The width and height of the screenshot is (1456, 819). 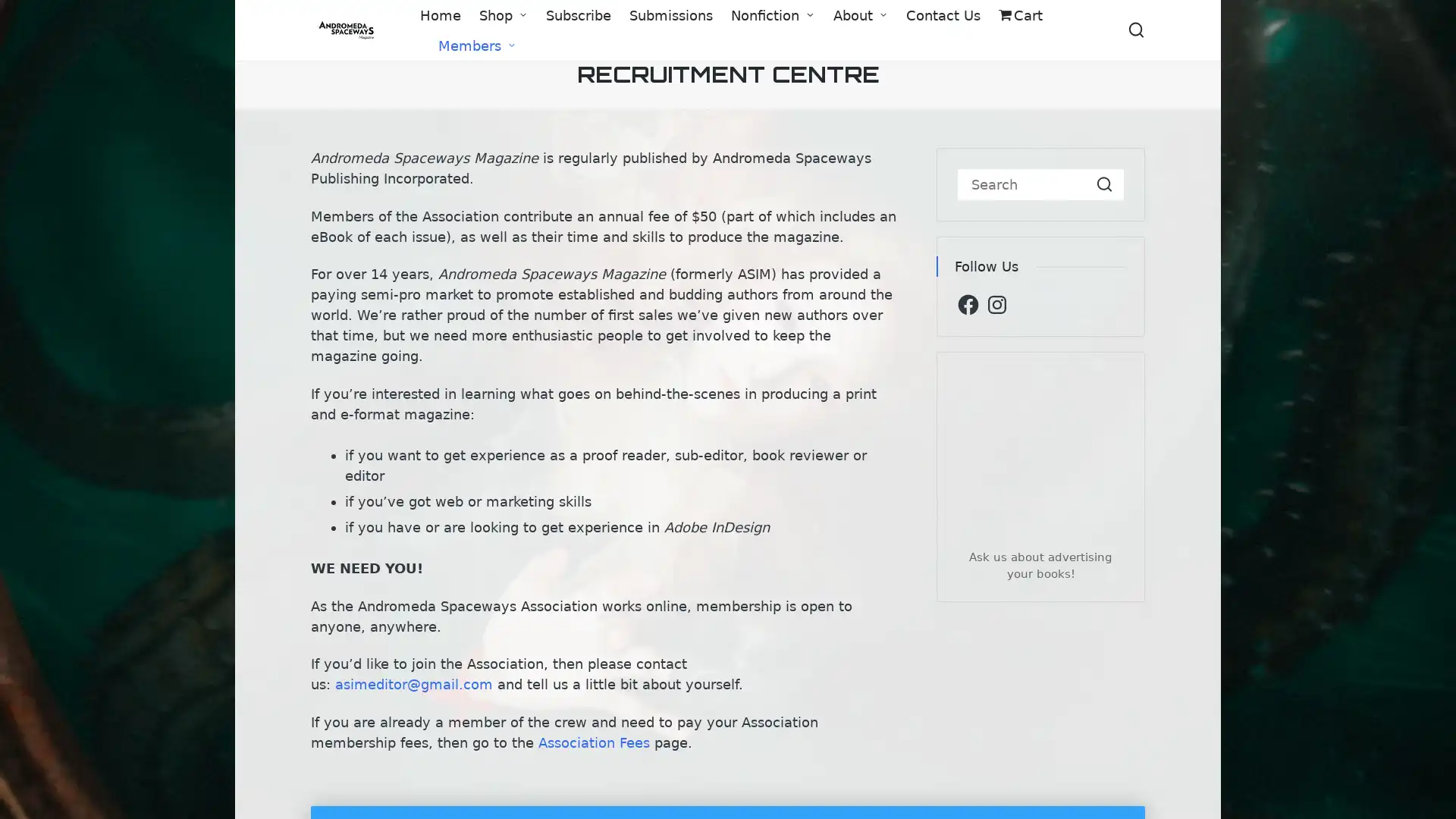 I want to click on Search, so click(x=1104, y=184).